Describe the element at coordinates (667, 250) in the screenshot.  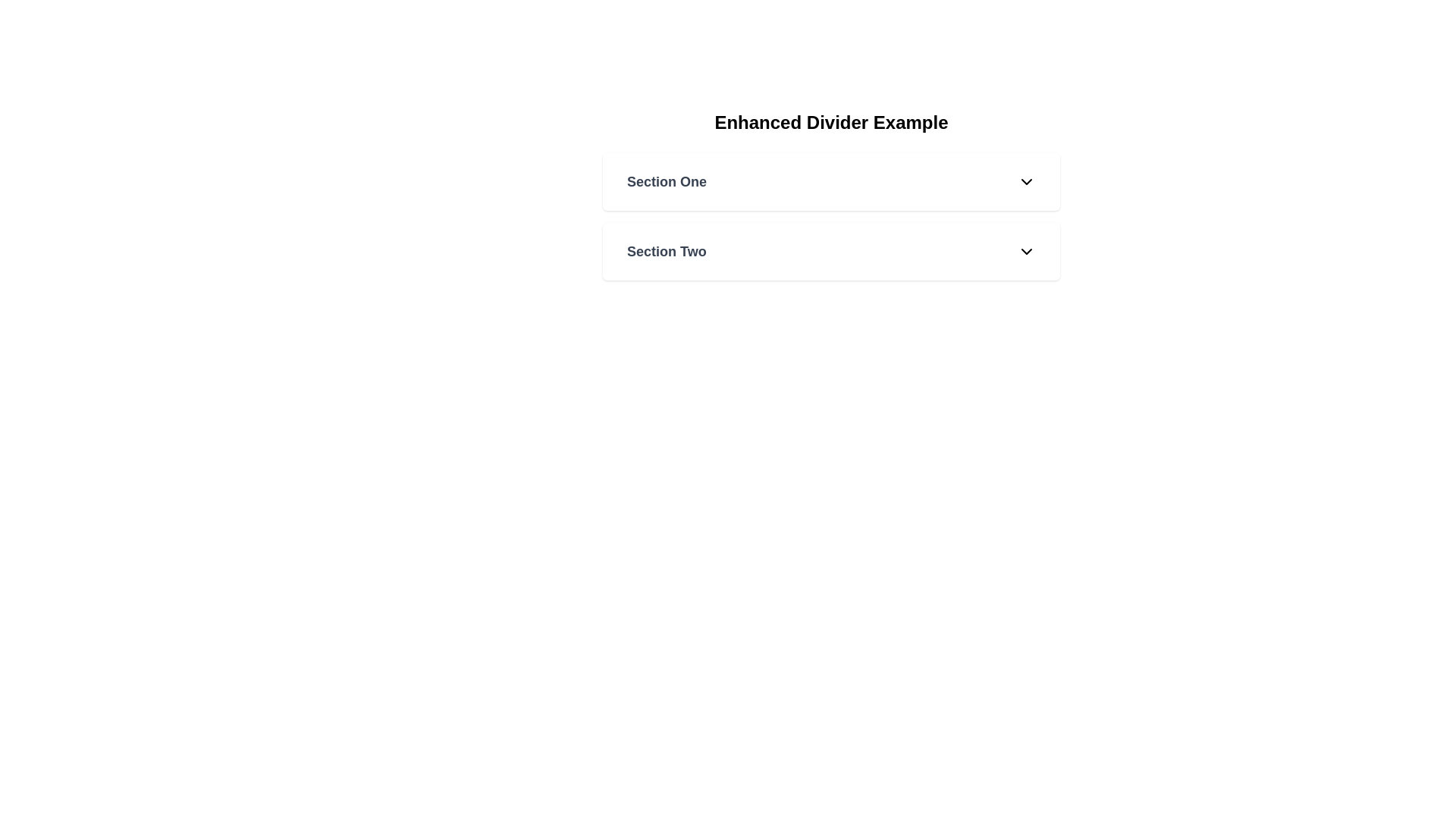
I see `text label displaying 'Section Two', which is styled in a larger font size and bold weight, located to the left of a chevron-down icon in the second navigation item` at that location.